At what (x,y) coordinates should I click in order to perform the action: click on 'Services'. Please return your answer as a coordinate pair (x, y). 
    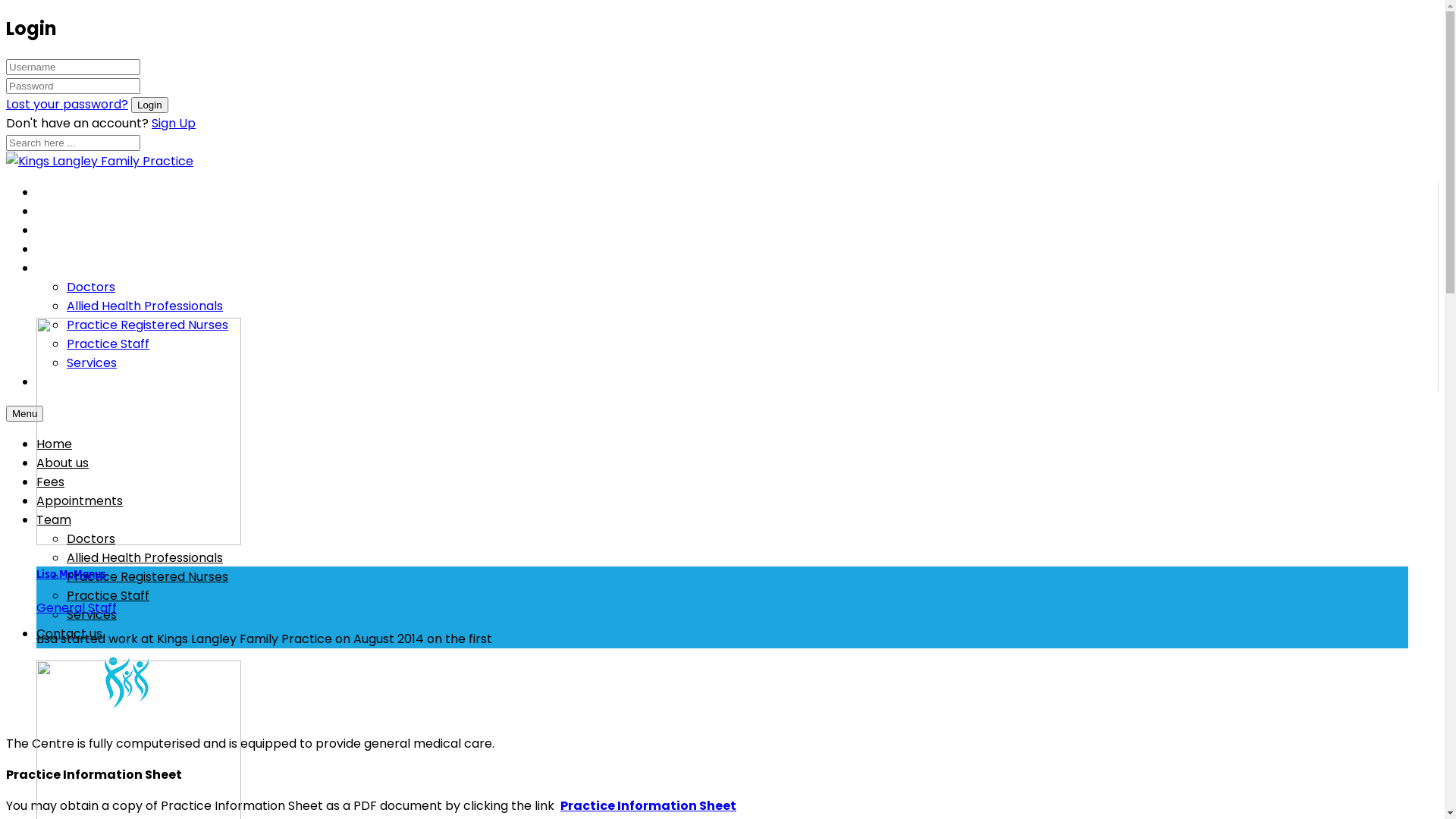
    Looking at the image, I should click on (65, 362).